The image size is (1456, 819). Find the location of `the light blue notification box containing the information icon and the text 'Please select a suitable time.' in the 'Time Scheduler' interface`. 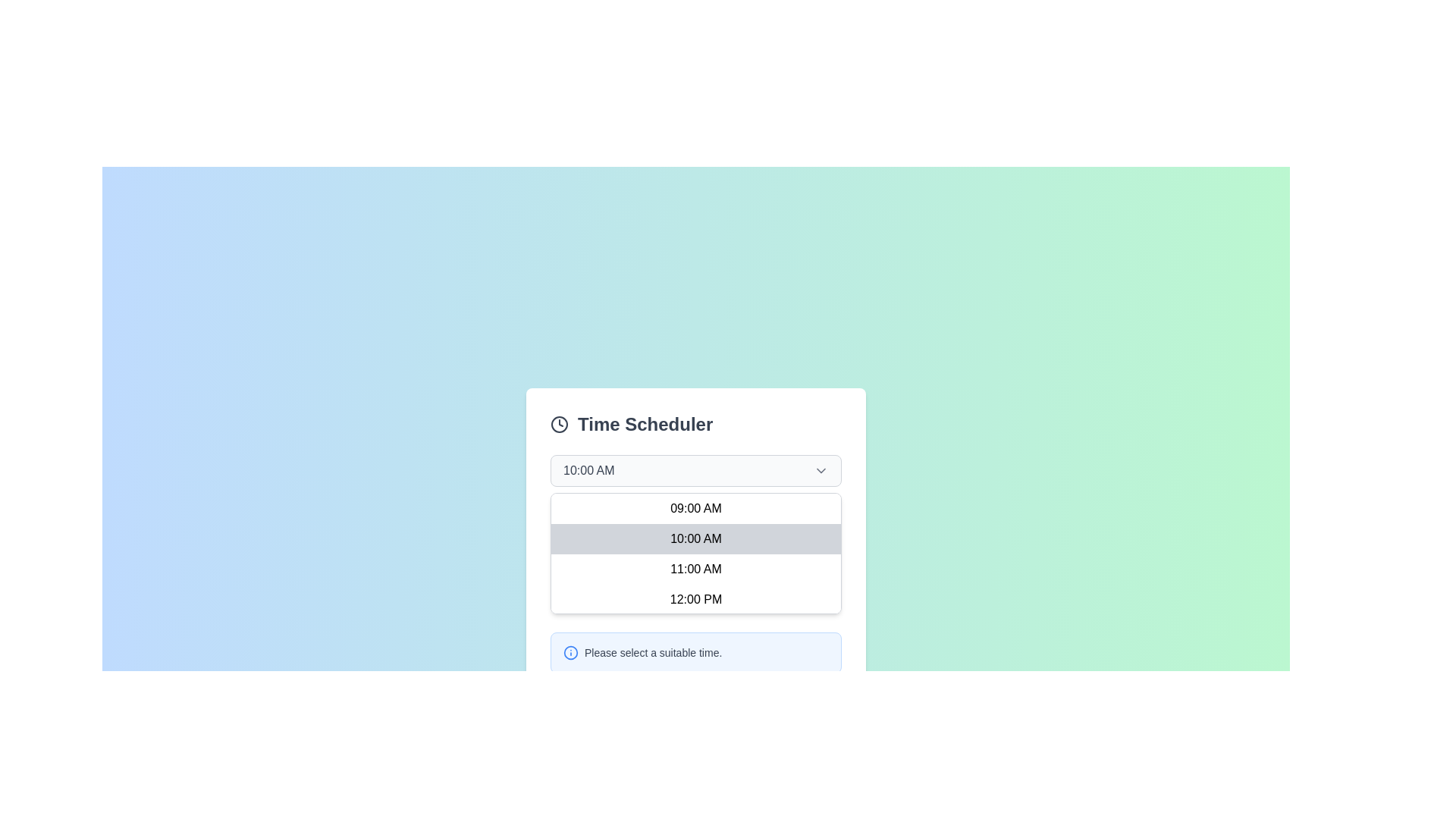

the light blue notification box containing the information icon and the text 'Please select a suitable time.' in the 'Time Scheduler' interface is located at coordinates (695, 651).